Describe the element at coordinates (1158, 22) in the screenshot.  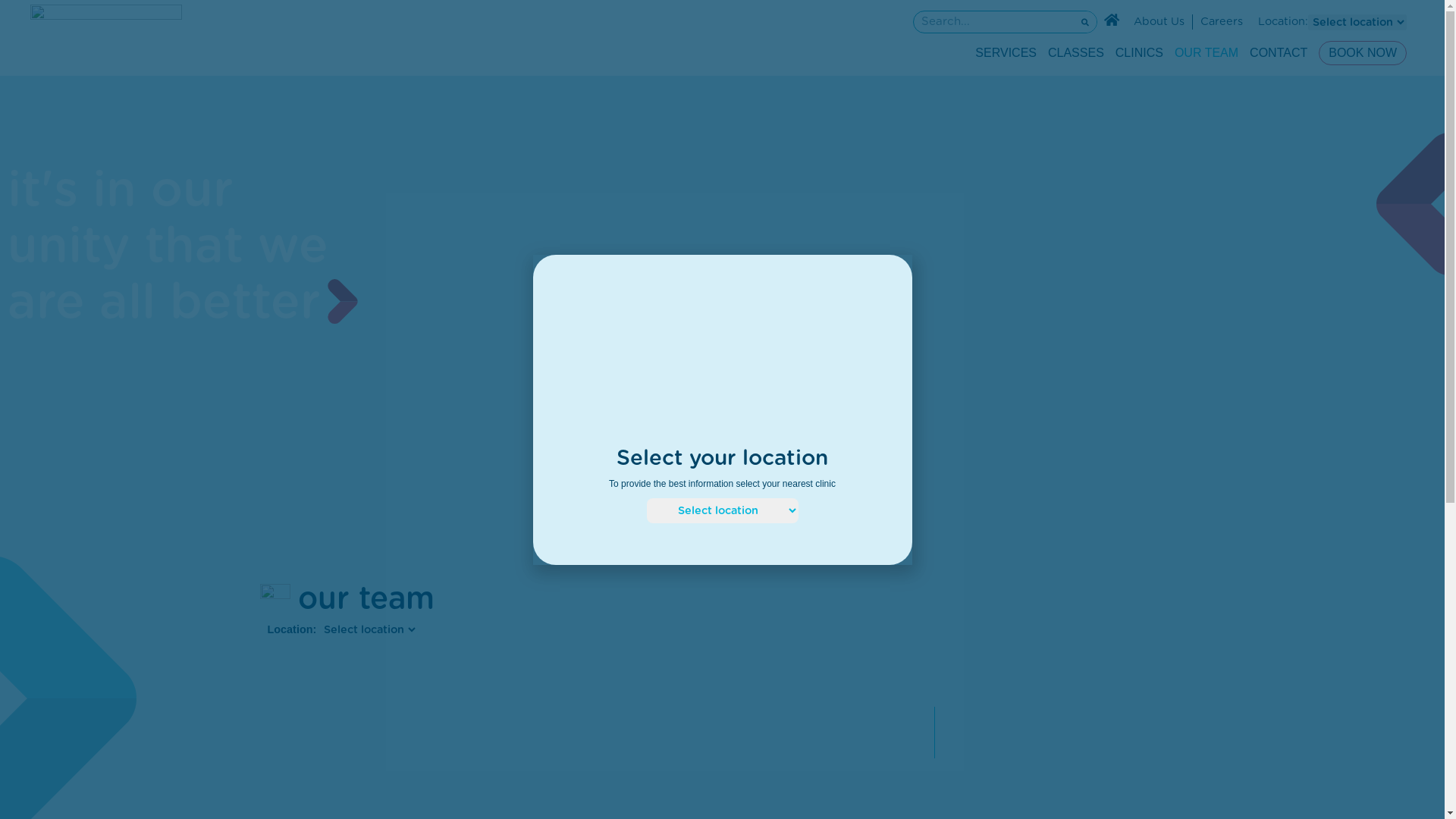
I see `'About Us'` at that location.